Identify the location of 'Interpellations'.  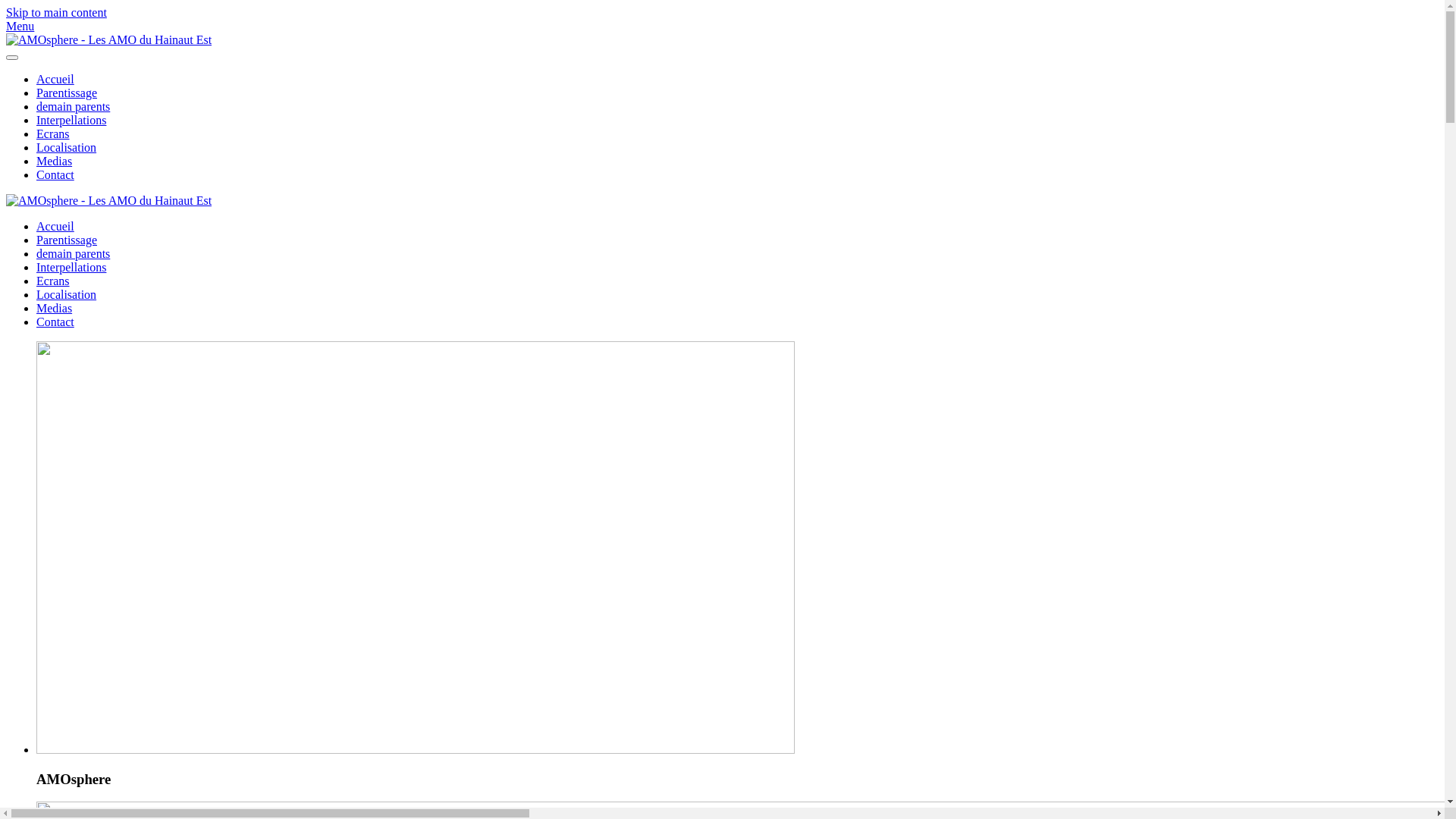
(71, 266).